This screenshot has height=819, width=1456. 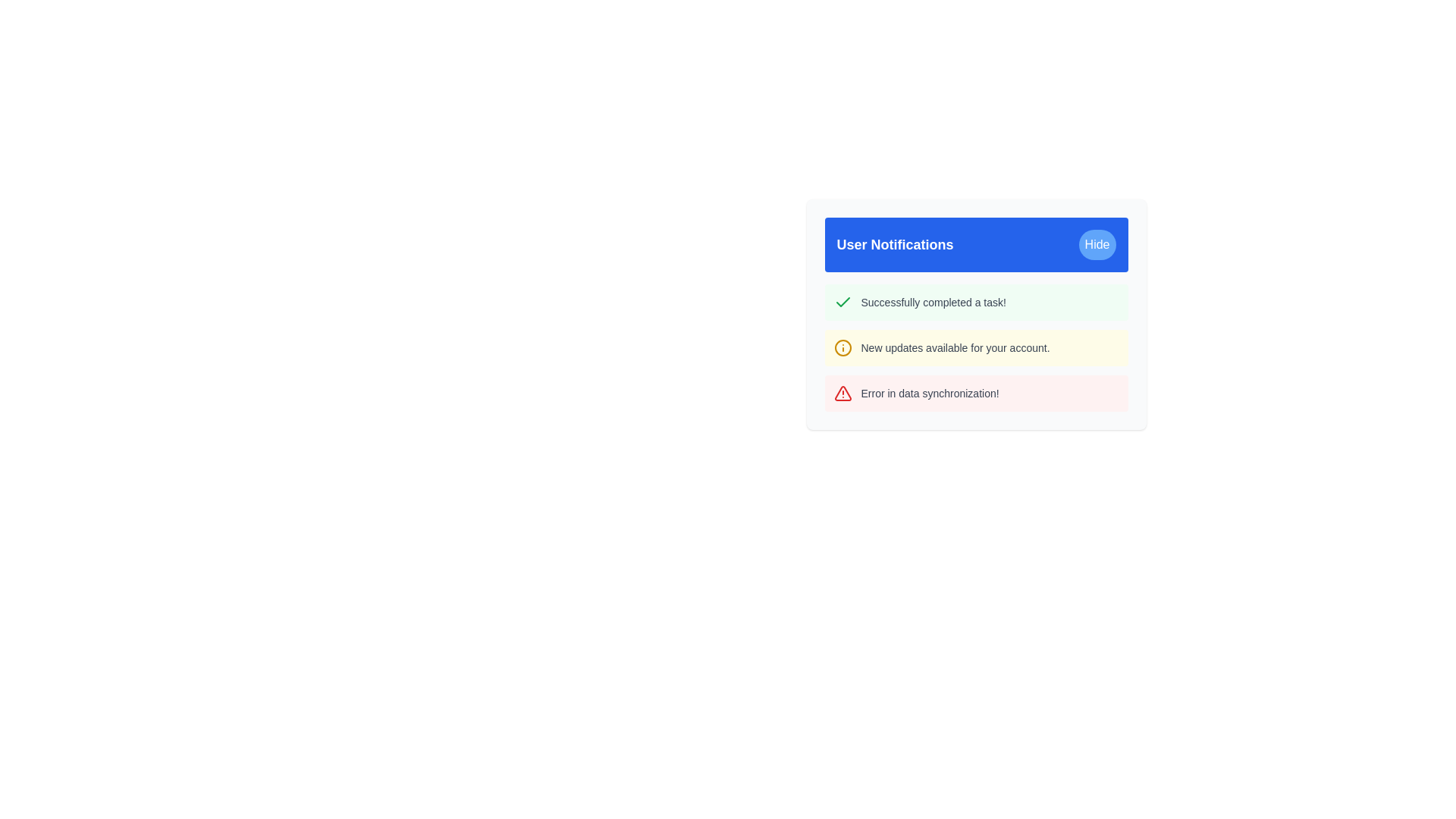 What do you see at coordinates (842, 348) in the screenshot?
I see `informational alert icon located to the left of the text 'New updates available for your account' within the yellow-highlighted notification card` at bounding box center [842, 348].